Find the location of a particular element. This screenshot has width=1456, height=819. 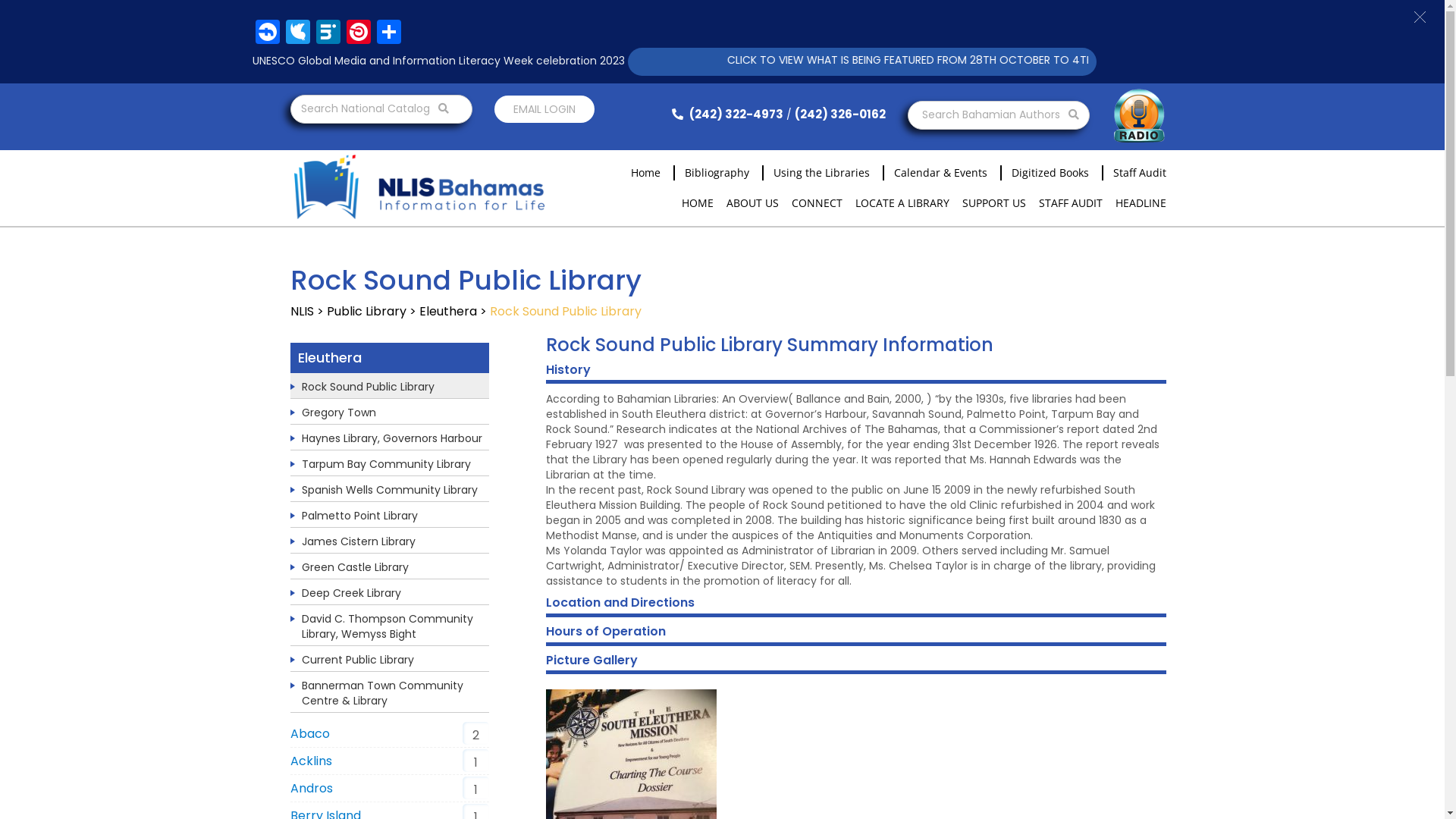

'Share' is located at coordinates (388, 33).